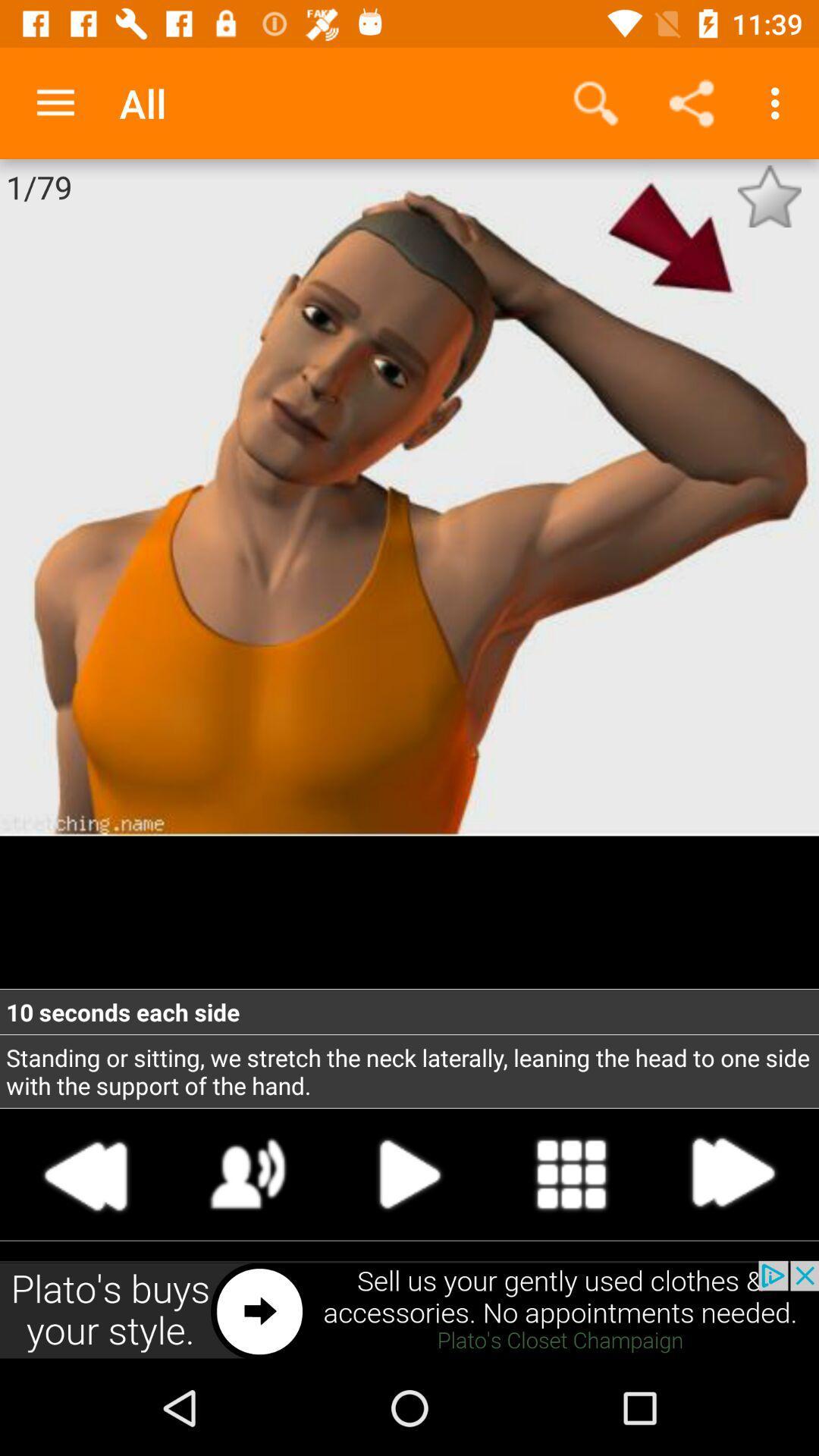 This screenshot has width=819, height=1456. What do you see at coordinates (86, 1174) in the screenshot?
I see `second icon of left of play button at the bottom` at bounding box center [86, 1174].